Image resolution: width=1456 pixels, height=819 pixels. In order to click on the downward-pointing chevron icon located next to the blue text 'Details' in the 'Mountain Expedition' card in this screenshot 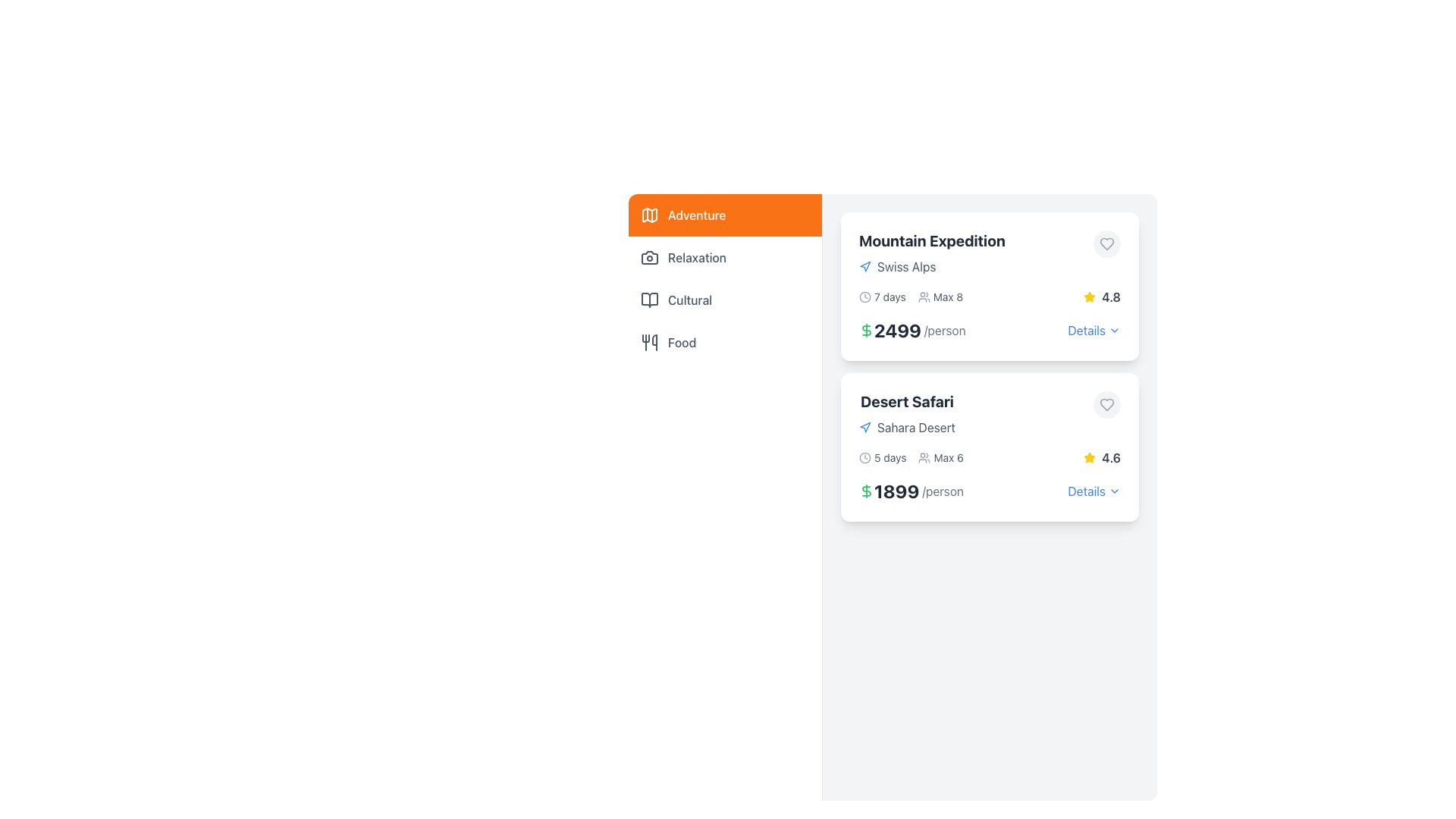, I will do `click(1114, 329)`.